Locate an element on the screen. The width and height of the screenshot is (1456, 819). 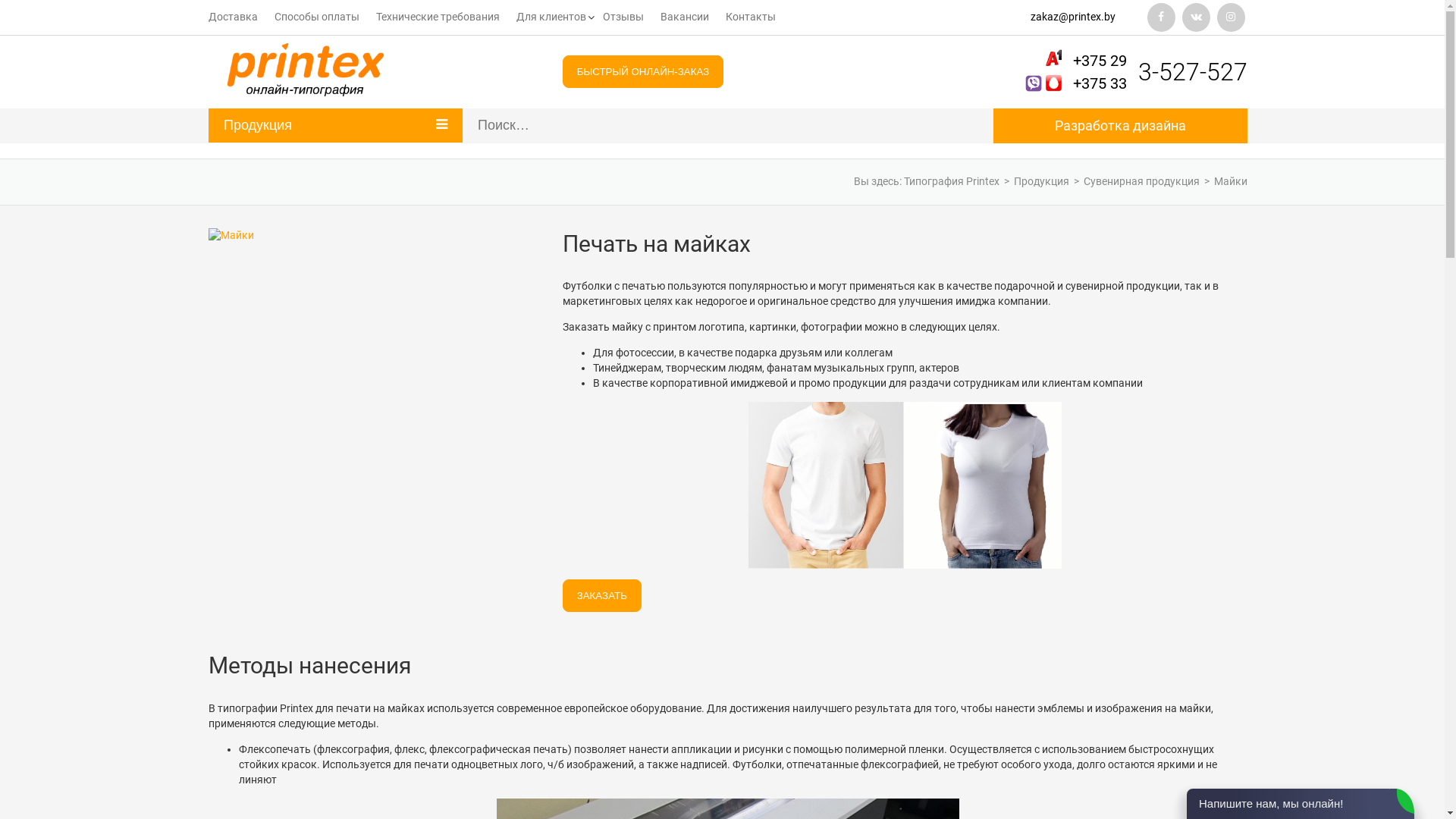
'3-527-527' is located at coordinates (1192, 72).